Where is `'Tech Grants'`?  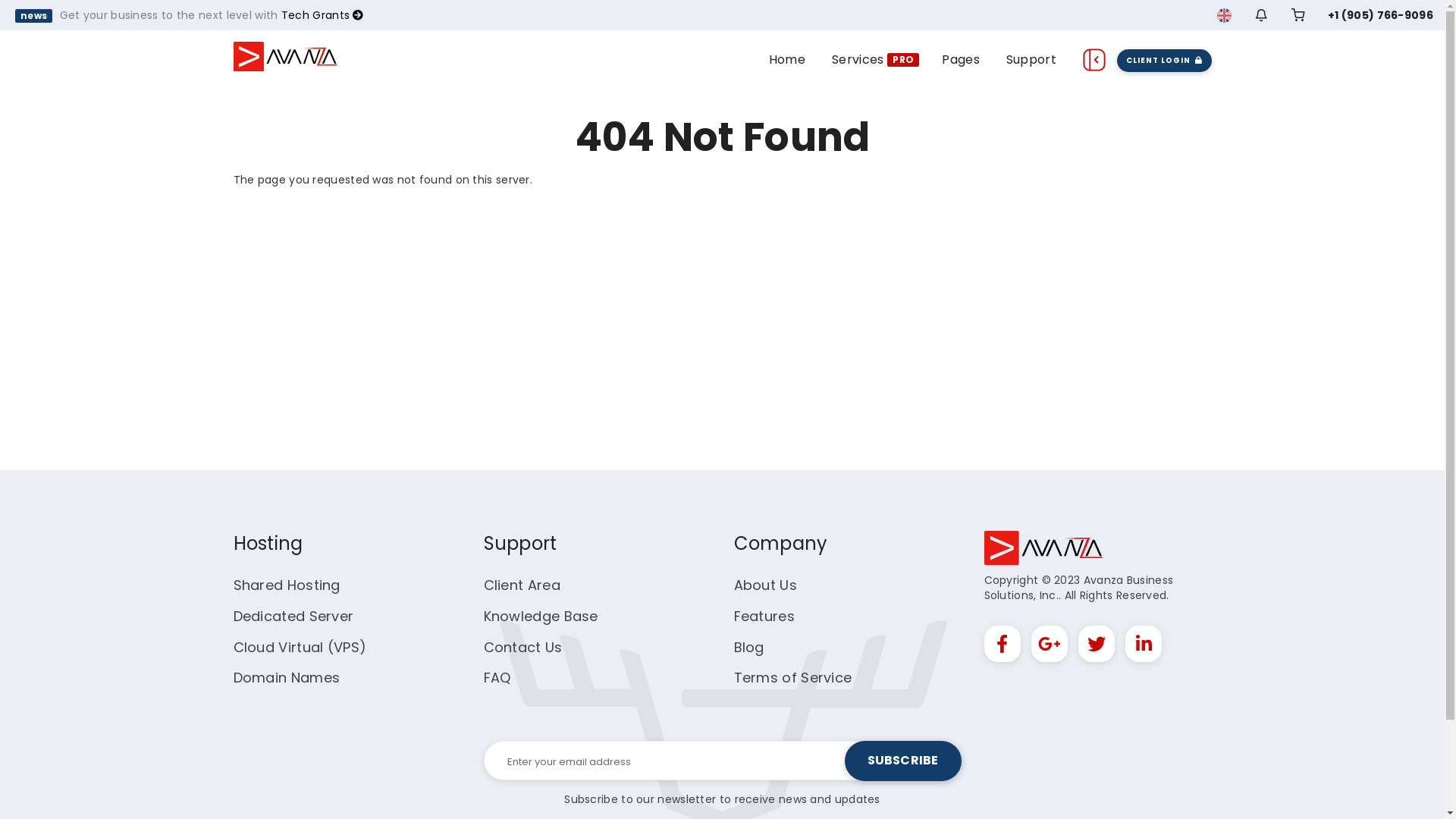
'Tech Grants' is located at coordinates (322, 14).